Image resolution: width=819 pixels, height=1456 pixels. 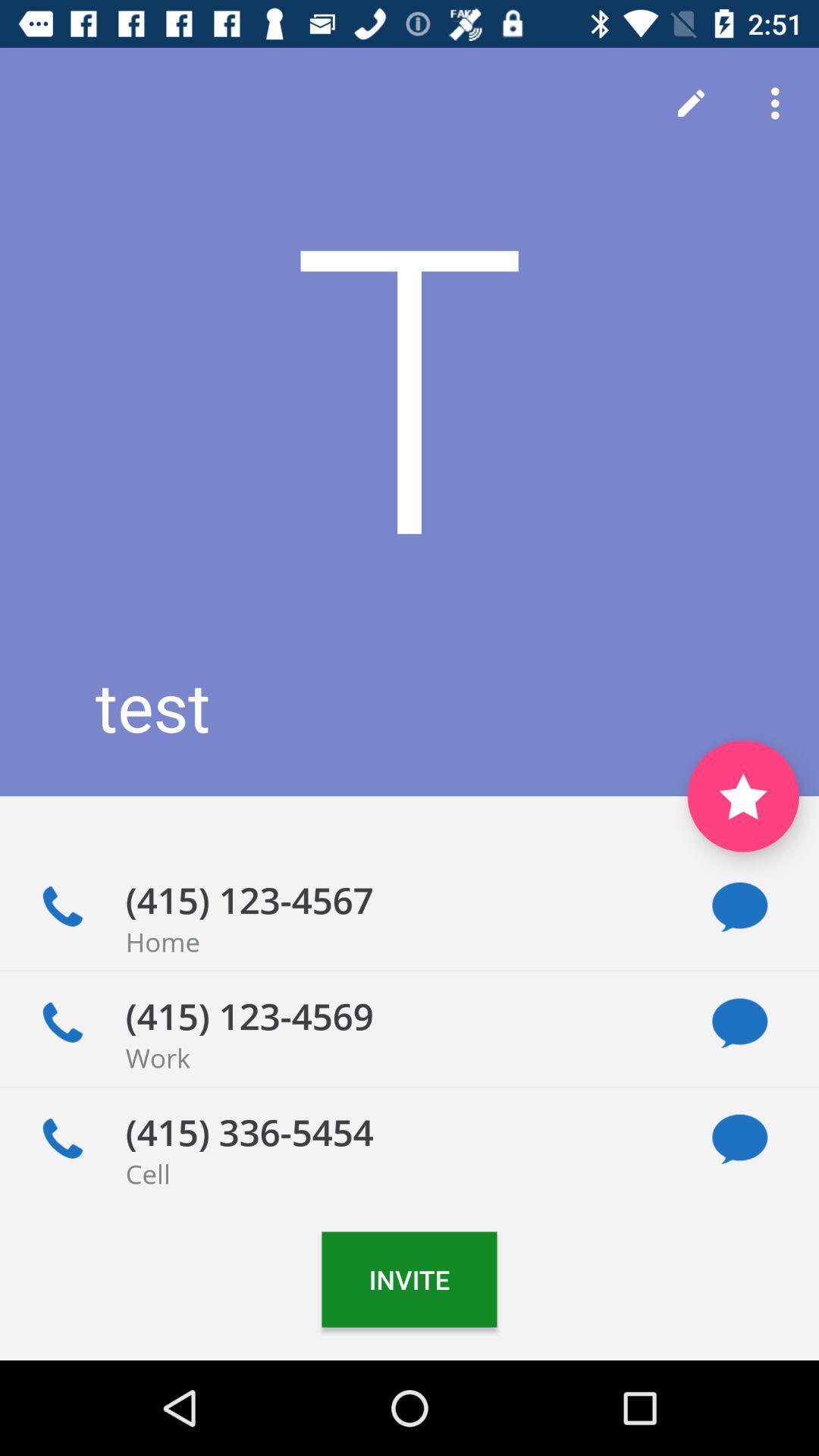 What do you see at coordinates (739, 907) in the screenshot?
I see `shows massage icon` at bounding box center [739, 907].